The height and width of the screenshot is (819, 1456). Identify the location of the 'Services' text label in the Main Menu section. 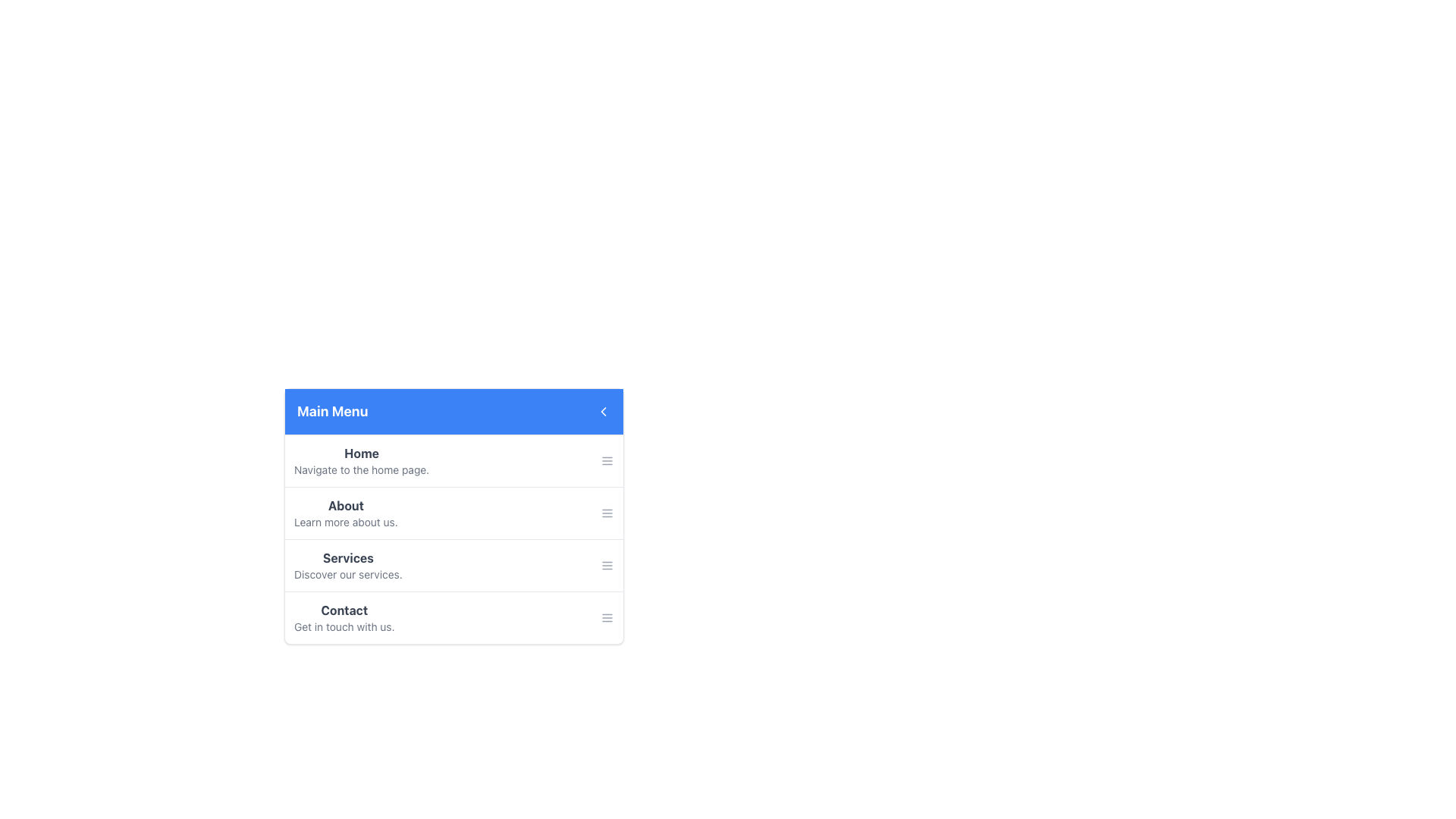
(347, 565).